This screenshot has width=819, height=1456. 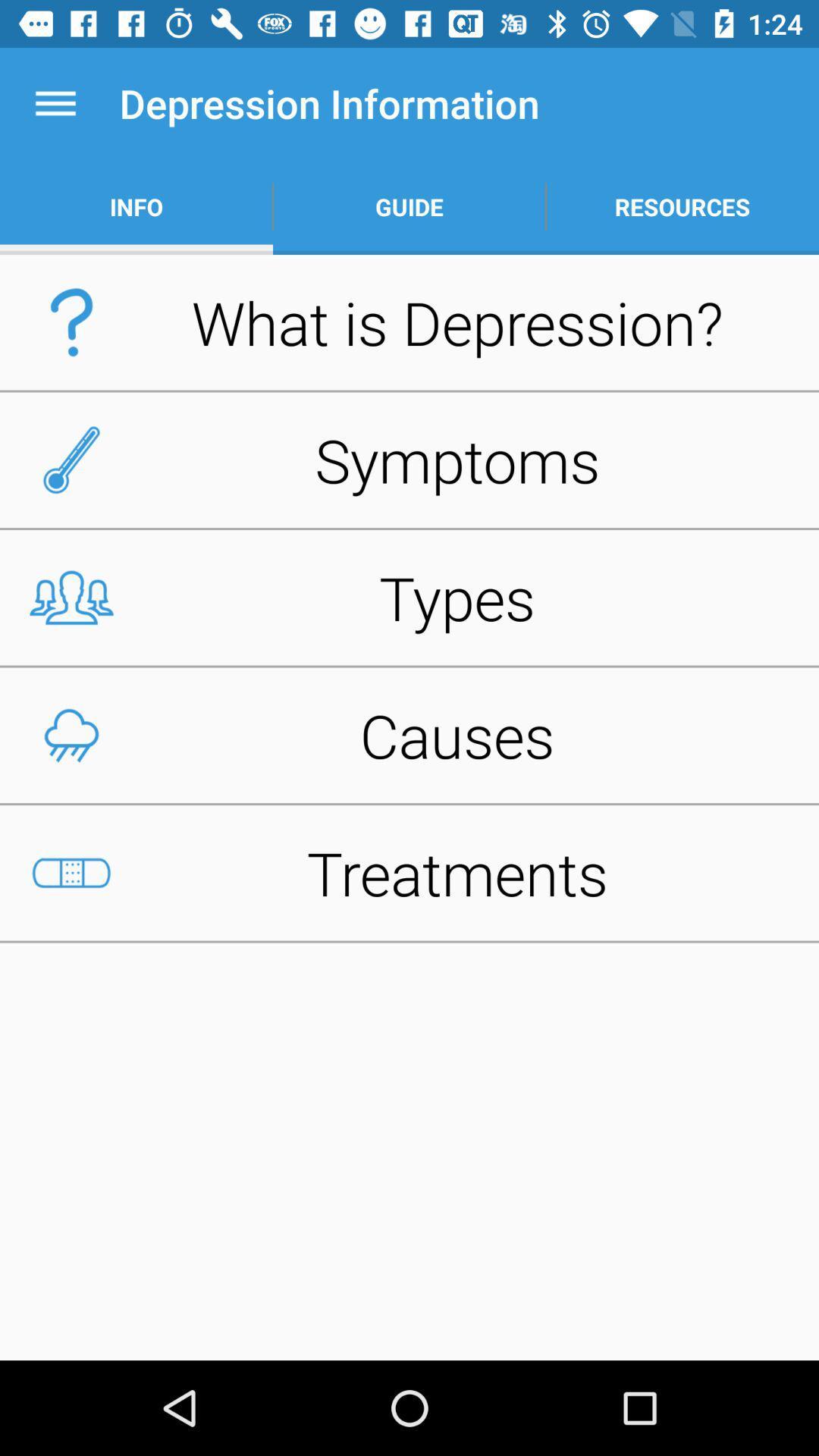 I want to click on symptoms, so click(x=409, y=459).